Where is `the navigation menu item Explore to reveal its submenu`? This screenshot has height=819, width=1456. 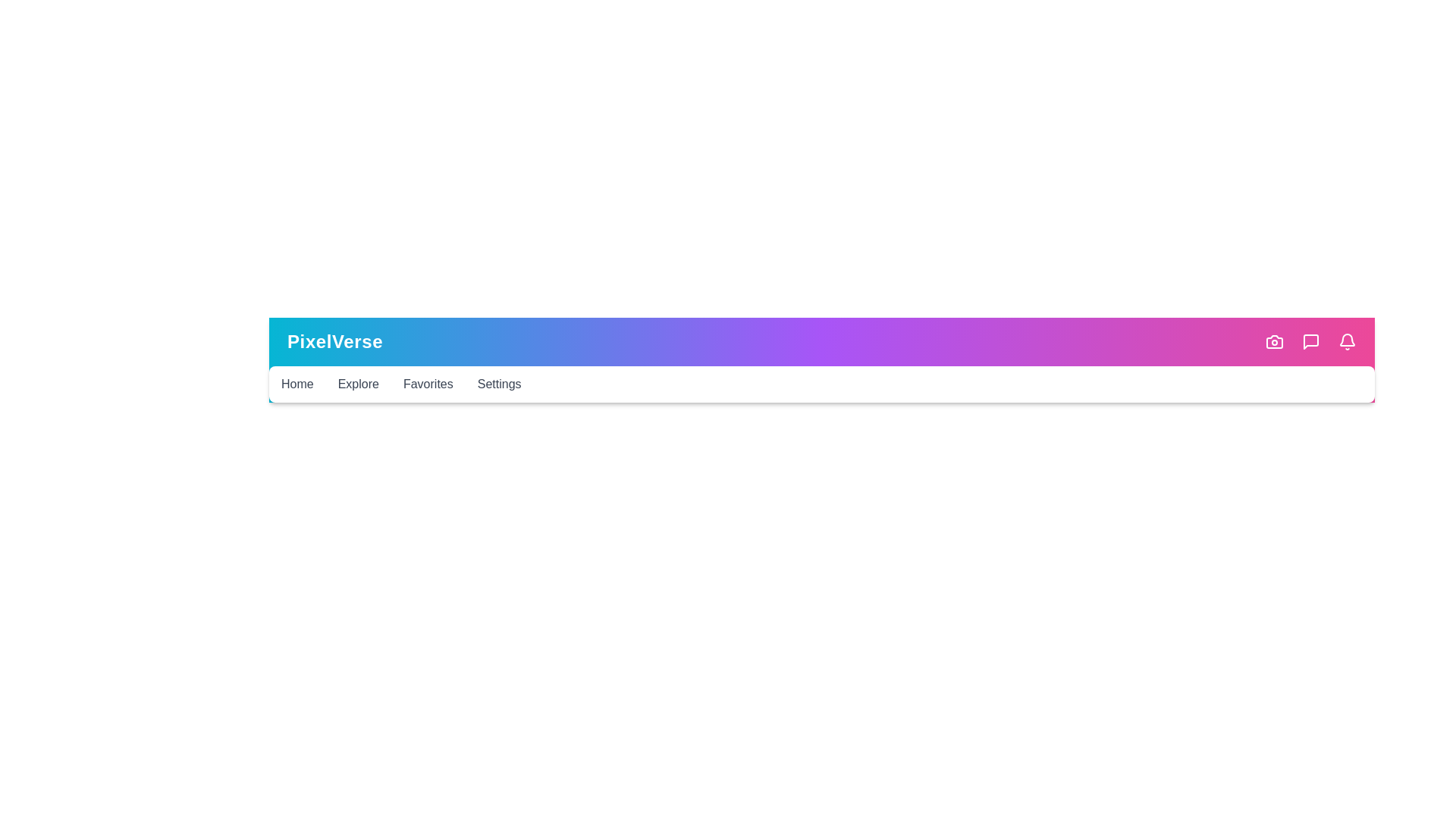
the navigation menu item Explore to reveal its submenu is located at coordinates (356, 382).